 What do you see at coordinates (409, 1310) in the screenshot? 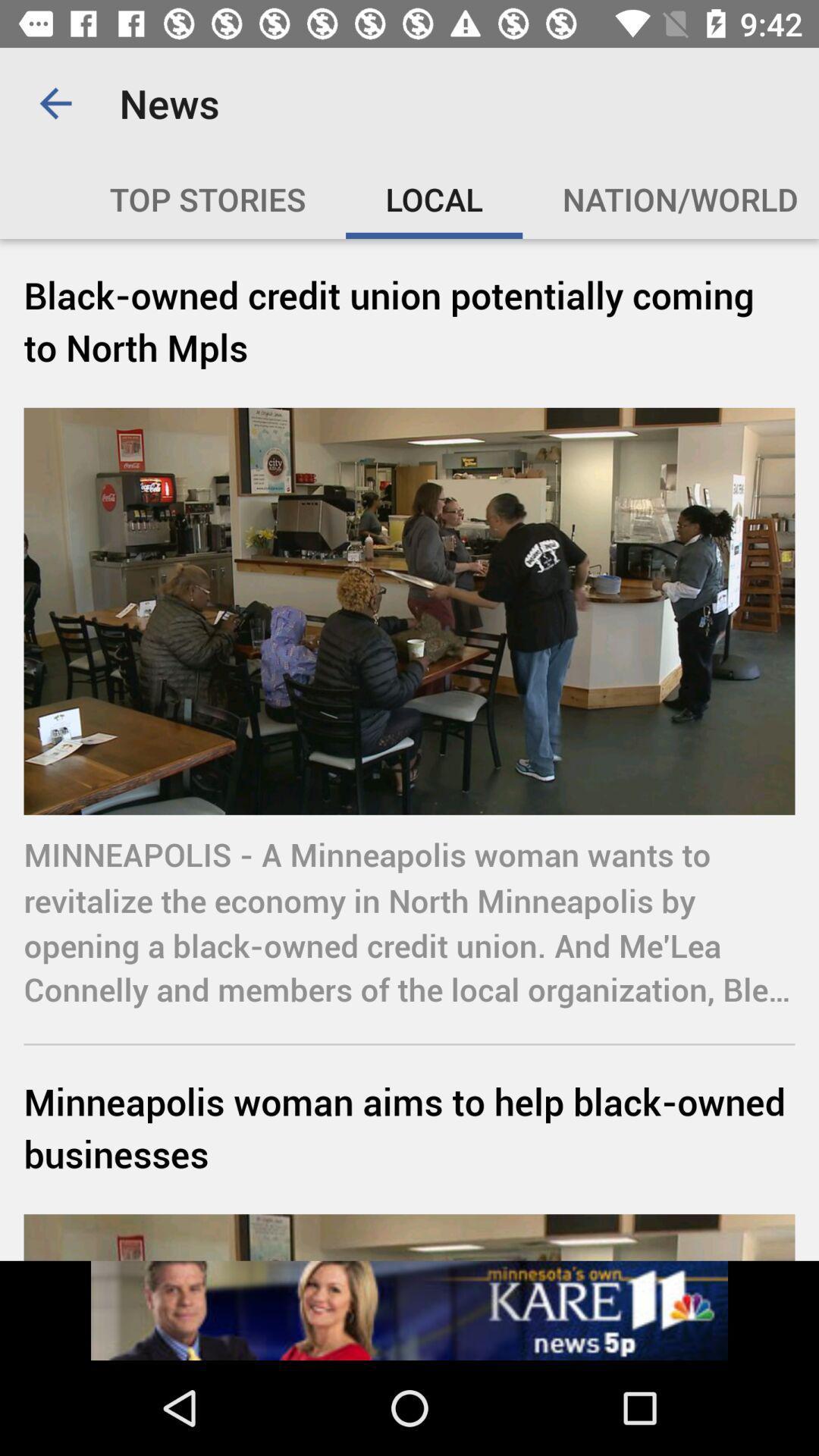
I see `advertisement` at bounding box center [409, 1310].